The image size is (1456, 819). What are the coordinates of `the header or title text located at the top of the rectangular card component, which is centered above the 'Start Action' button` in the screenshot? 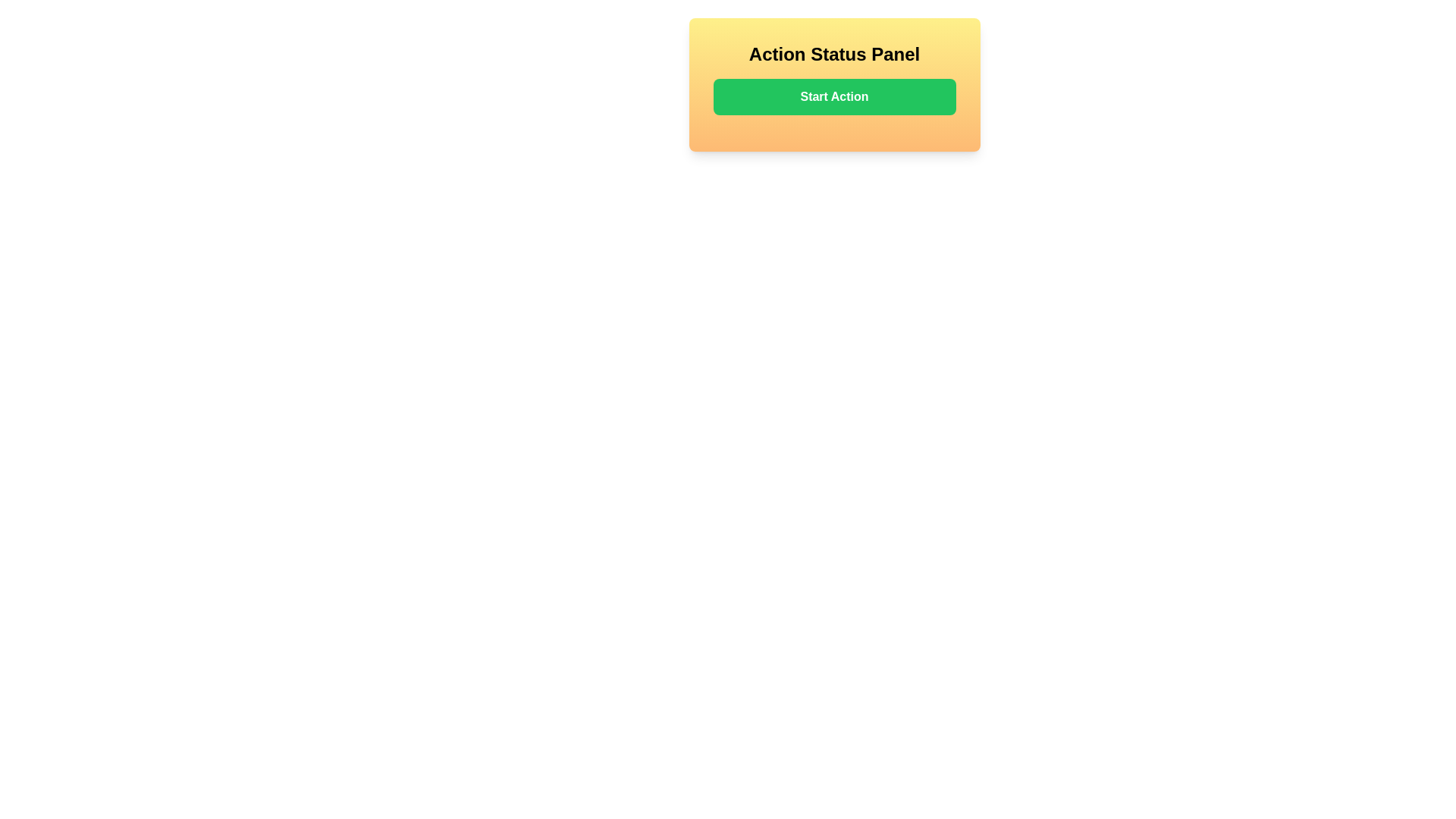 It's located at (833, 54).